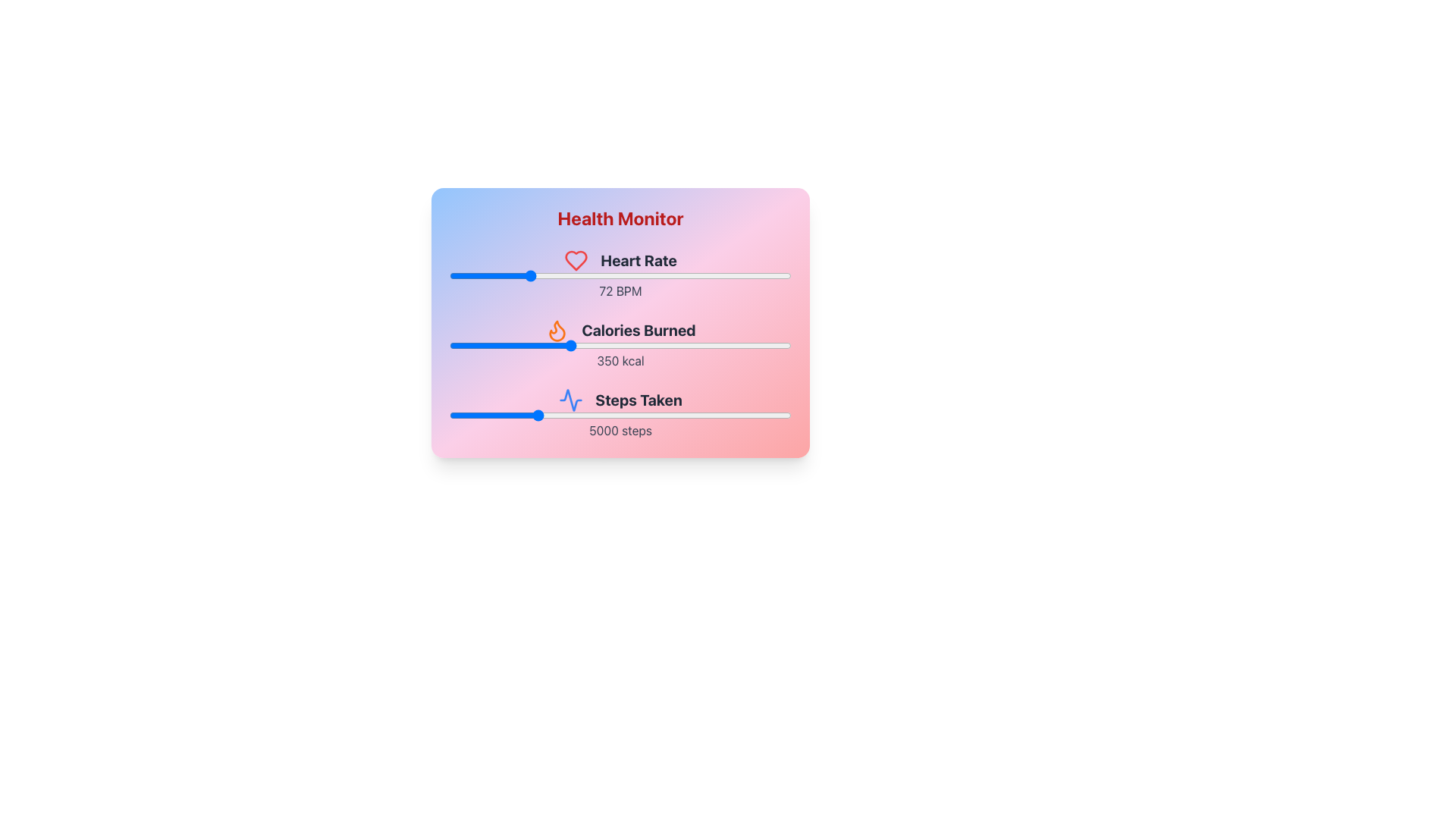 The height and width of the screenshot is (819, 1456). Describe the element at coordinates (576, 259) in the screenshot. I see `the heart-shaped icon with a red interior located next to the 'Heart Rate' label in the health monitoring section for aesthetic purposes` at that location.